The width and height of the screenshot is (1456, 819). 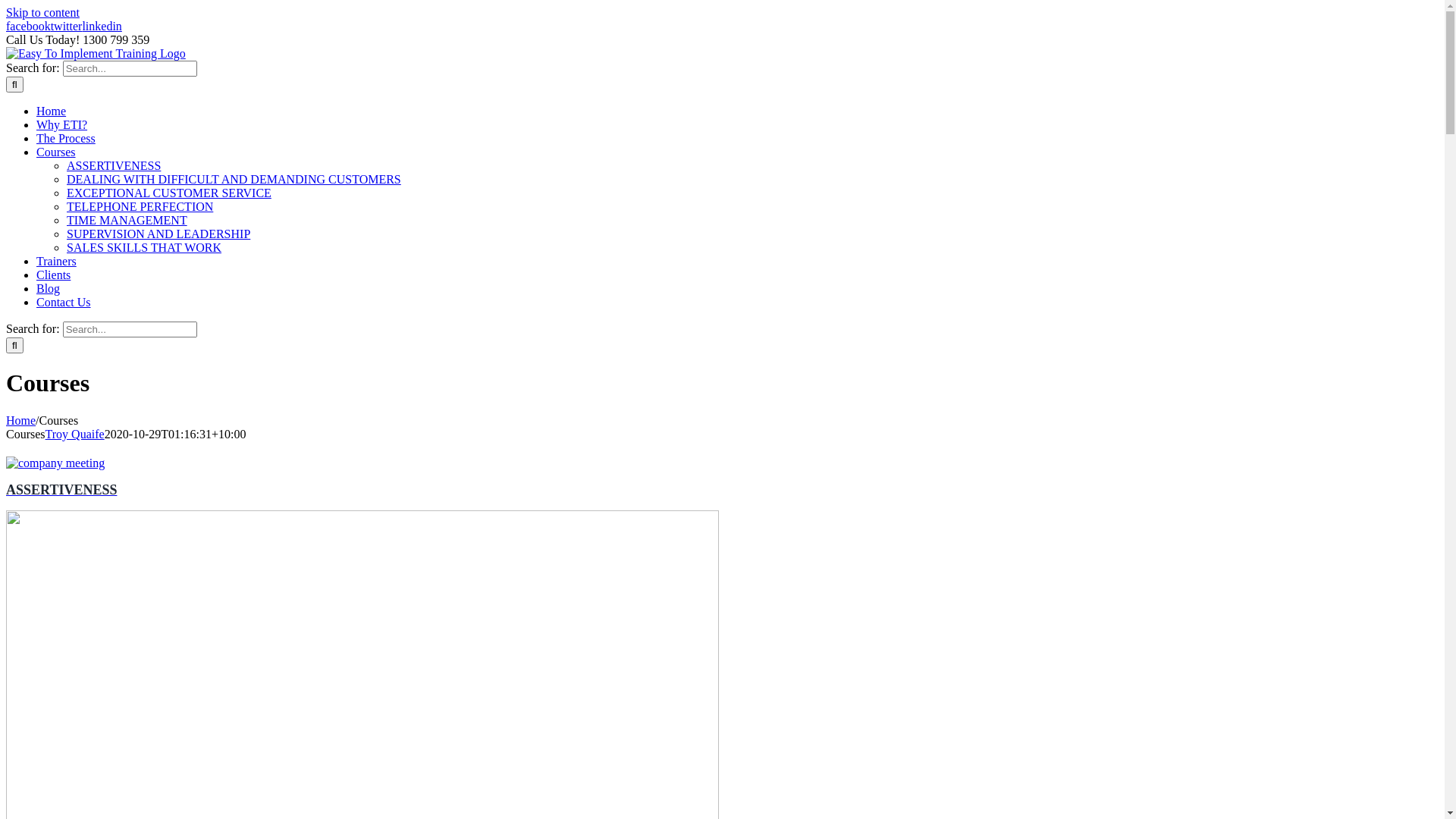 I want to click on 'Courses', so click(x=55, y=152).